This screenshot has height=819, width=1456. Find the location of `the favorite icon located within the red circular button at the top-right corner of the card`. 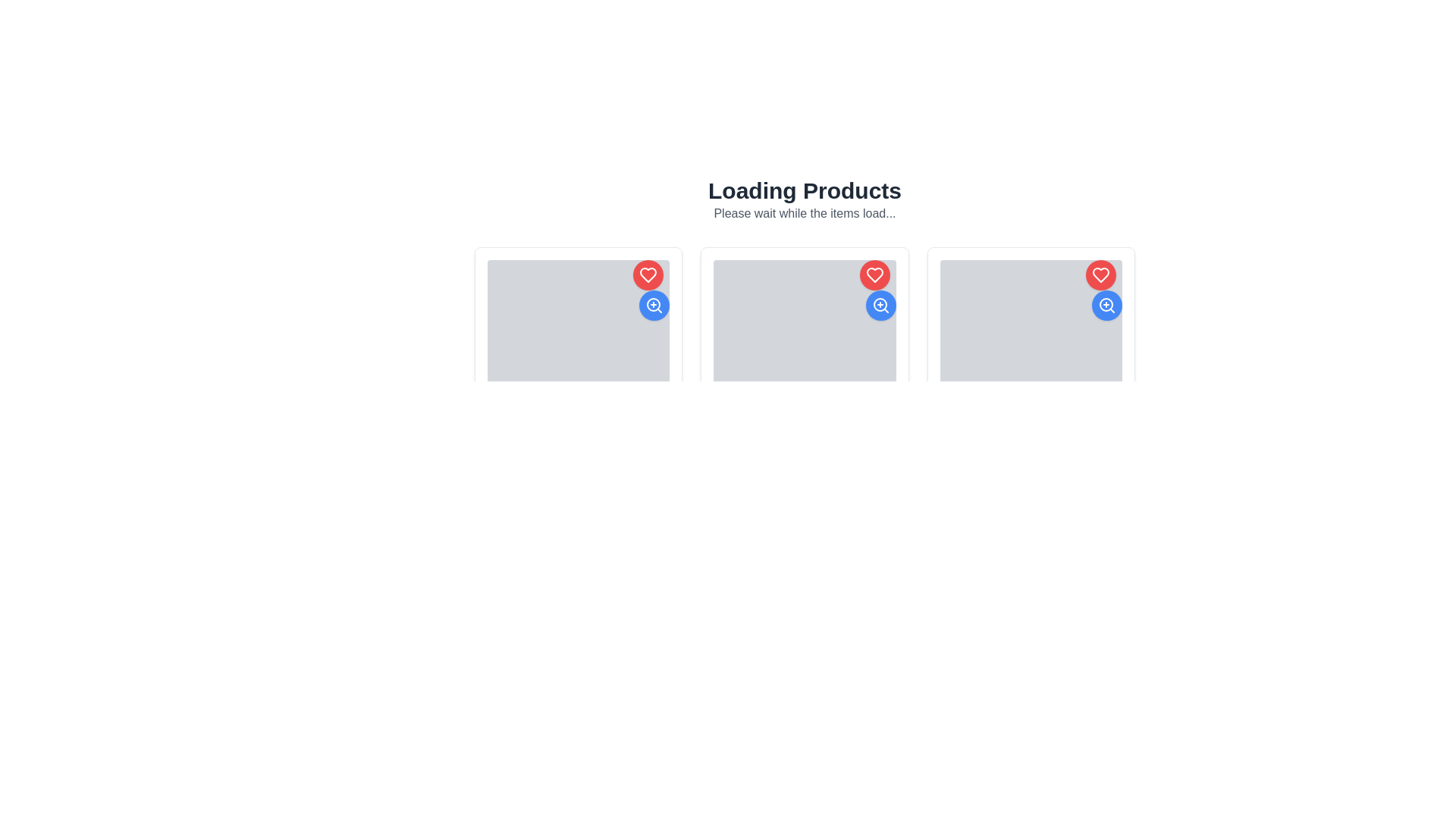

the favorite icon located within the red circular button at the top-right corner of the card is located at coordinates (1100, 275).